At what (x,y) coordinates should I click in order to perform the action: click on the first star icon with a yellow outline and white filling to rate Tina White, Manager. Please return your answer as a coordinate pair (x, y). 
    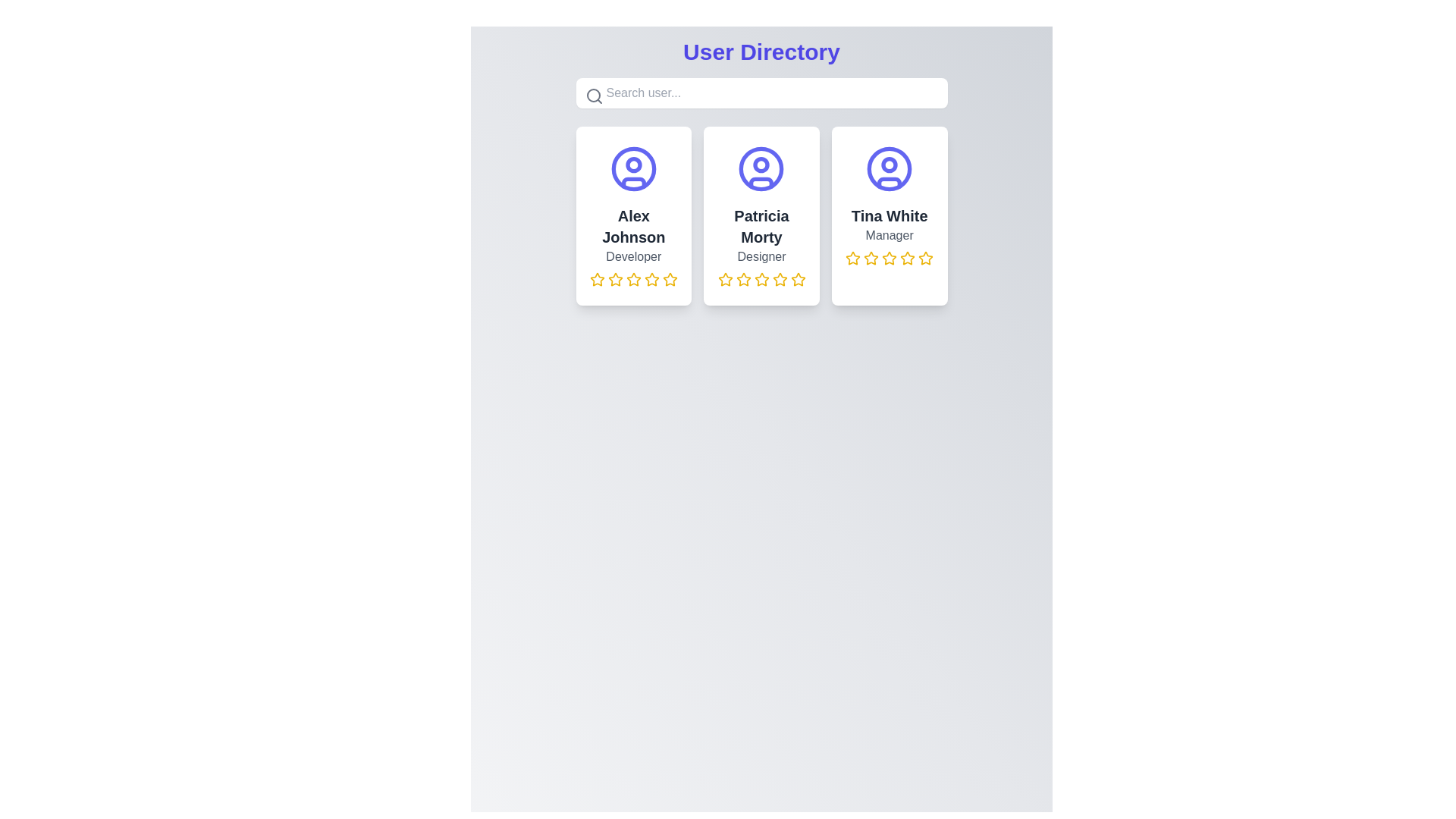
    Looking at the image, I should click on (853, 257).